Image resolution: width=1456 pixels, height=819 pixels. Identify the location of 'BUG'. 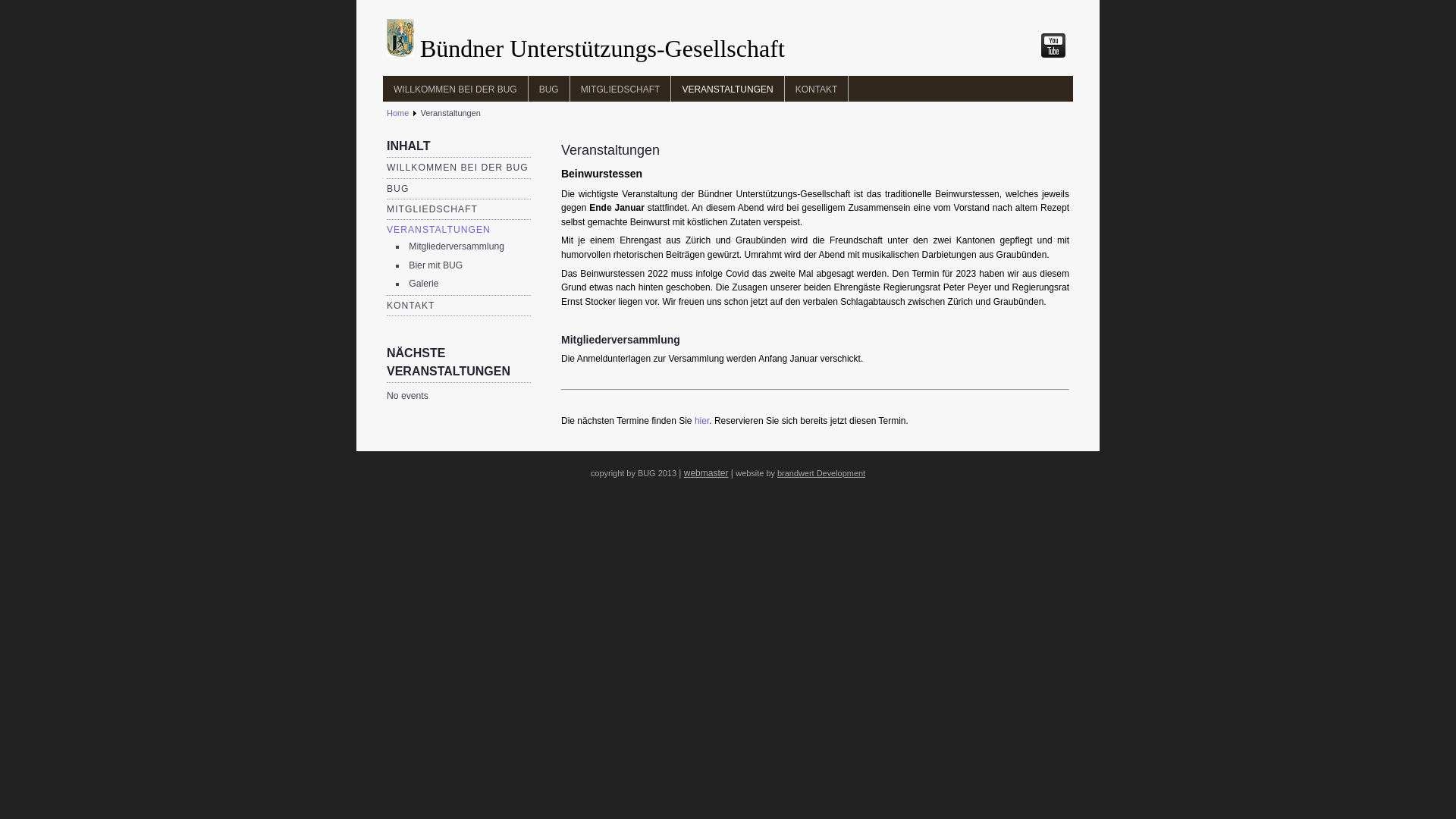
(397, 188).